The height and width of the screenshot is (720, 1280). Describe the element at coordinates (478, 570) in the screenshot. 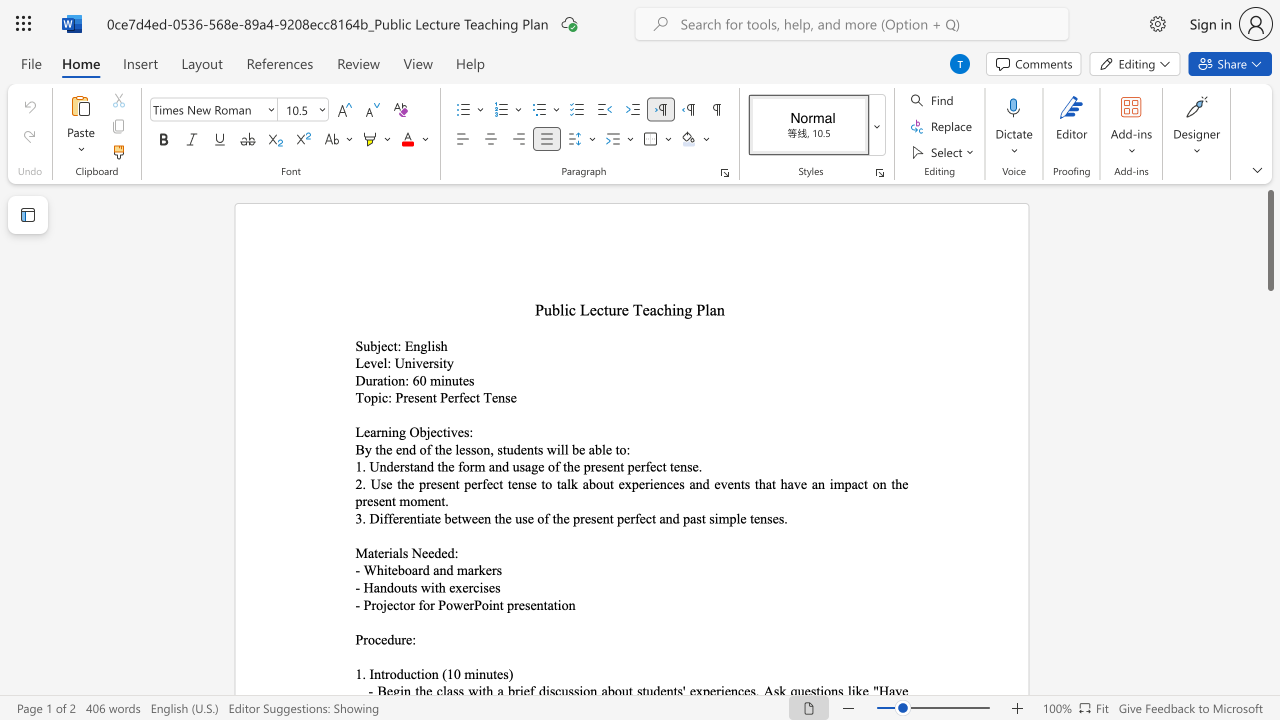

I see `the space between the continuous character "r" and "k" in the text` at that location.